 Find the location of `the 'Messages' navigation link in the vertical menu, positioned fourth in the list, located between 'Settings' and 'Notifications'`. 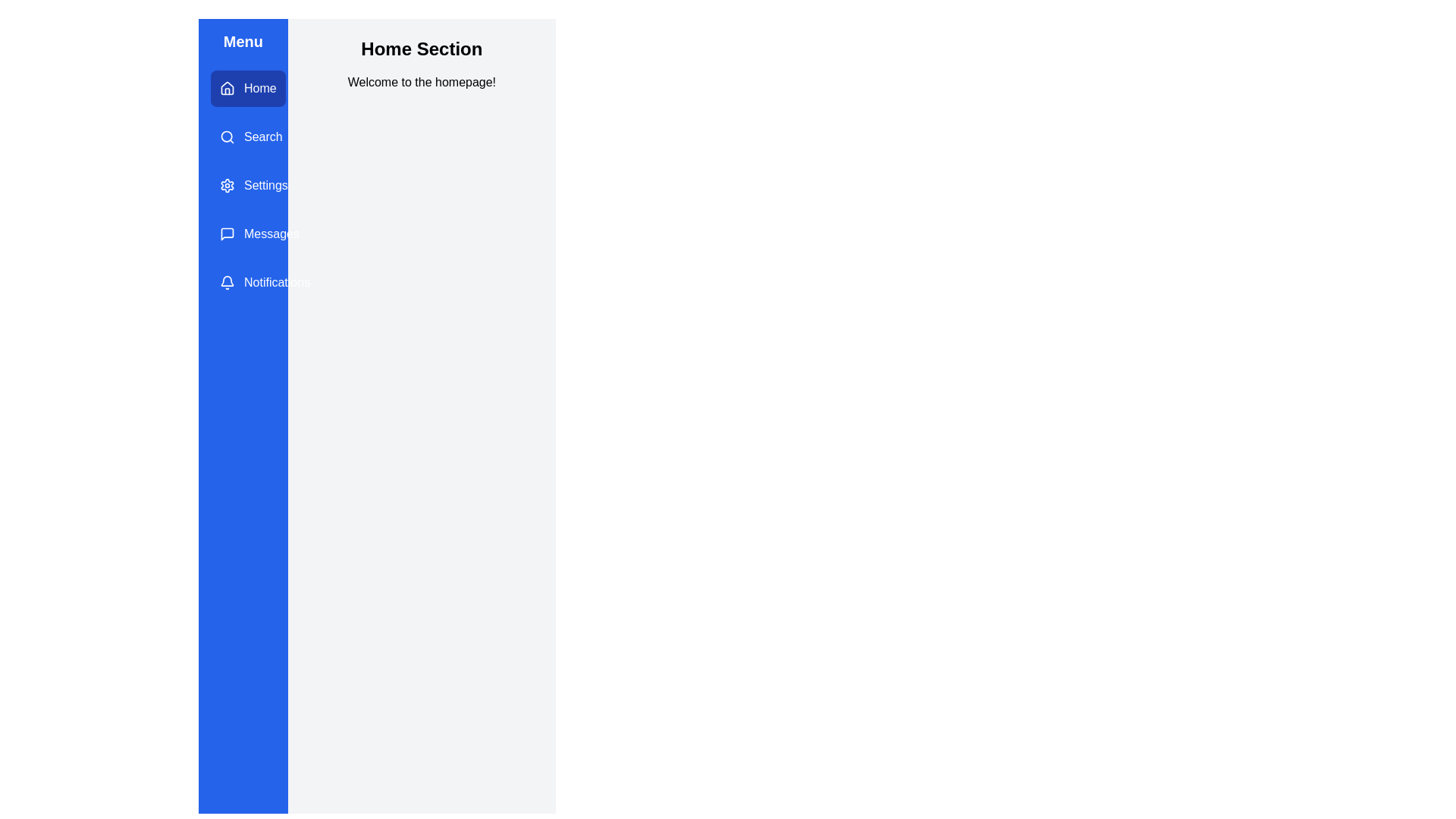

the 'Messages' navigation link in the vertical menu, positioned fourth in the list, located between 'Settings' and 'Notifications' is located at coordinates (243, 234).